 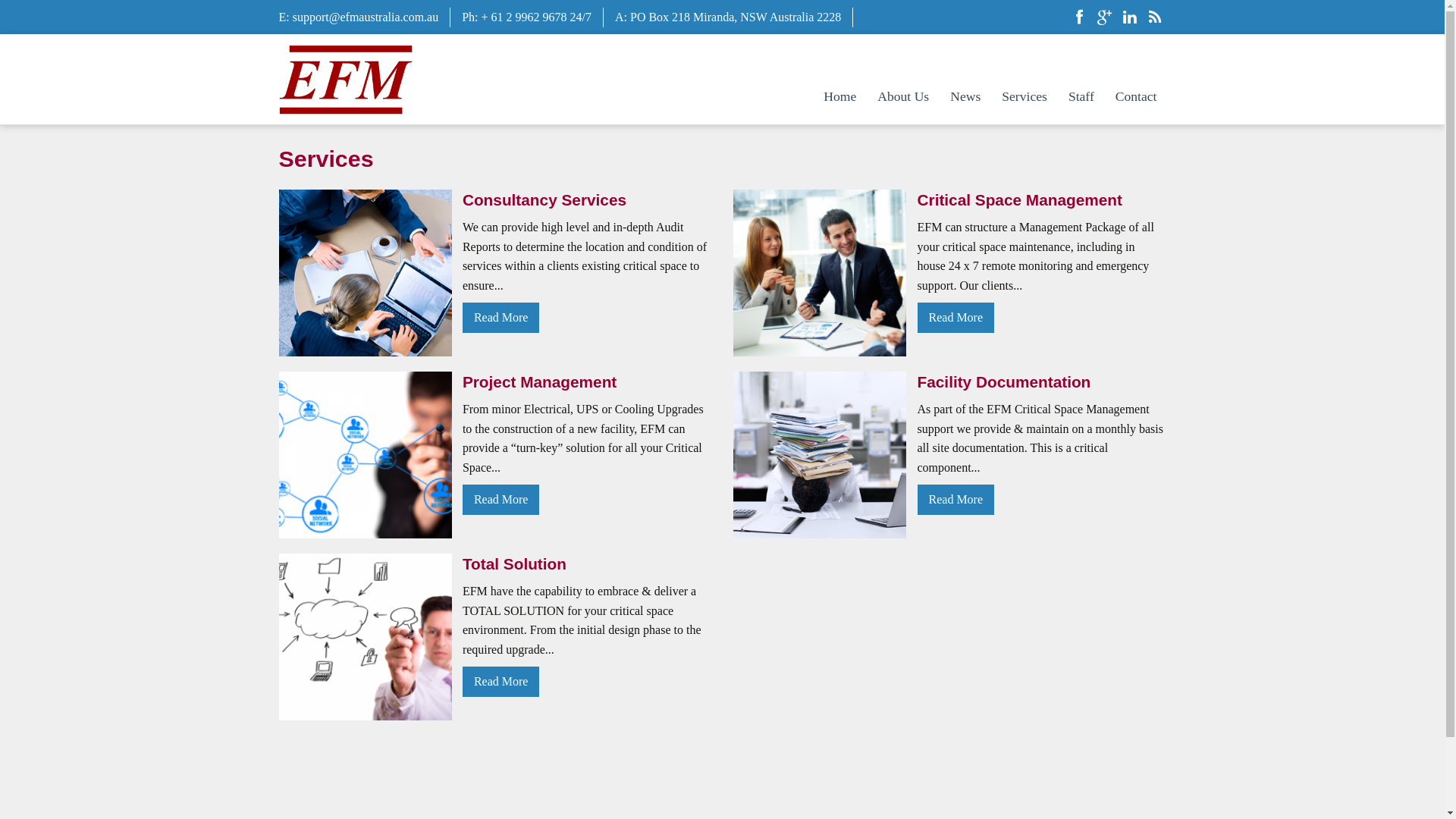 What do you see at coordinates (1040, 199) in the screenshot?
I see `'Critical Space Management'` at bounding box center [1040, 199].